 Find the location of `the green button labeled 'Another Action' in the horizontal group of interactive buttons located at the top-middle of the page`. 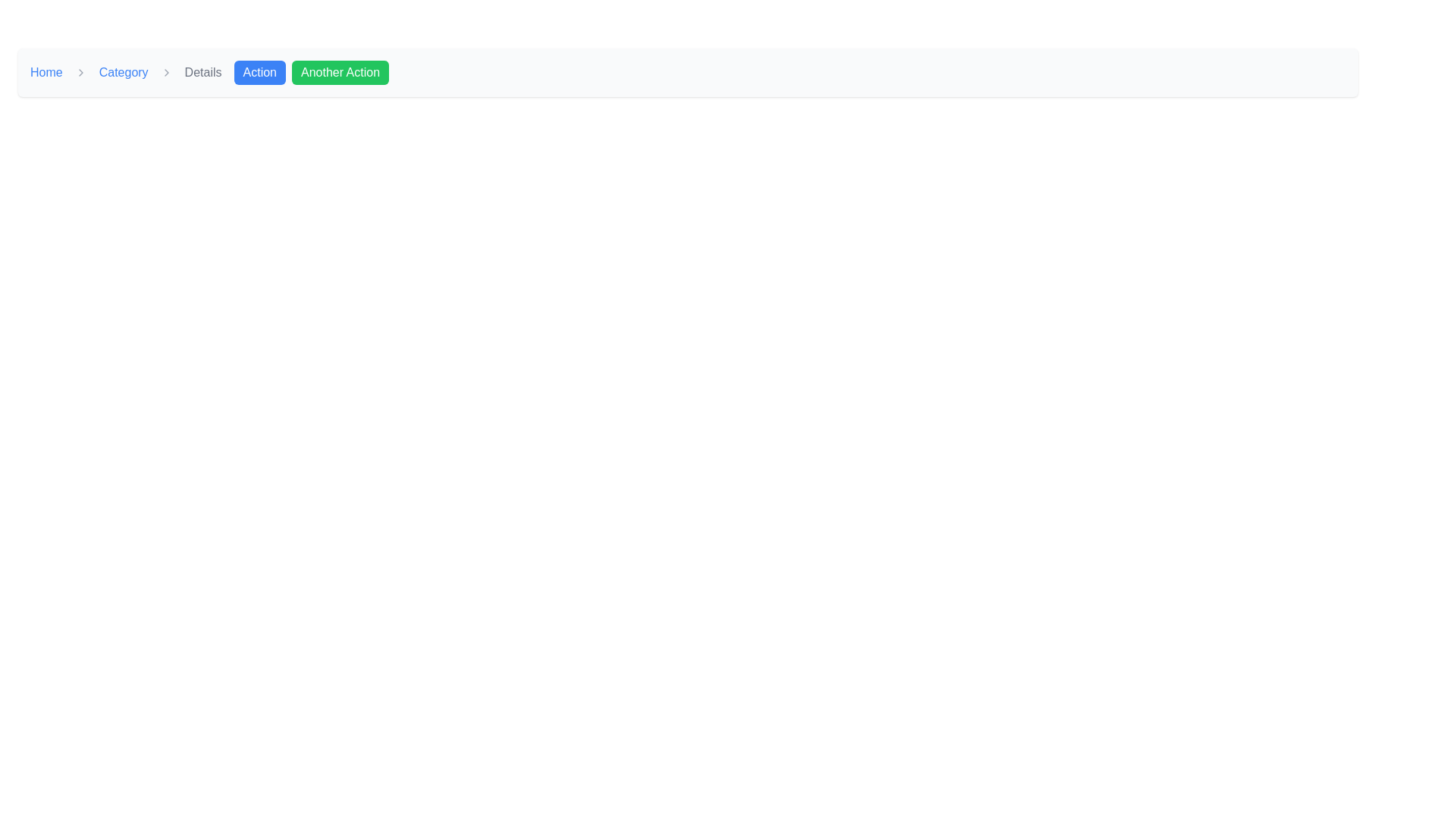

the green button labeled 'Another Action' in the horizontal group of interactive buttons located at the top-middle of the page is located at coordinates (310, 73).